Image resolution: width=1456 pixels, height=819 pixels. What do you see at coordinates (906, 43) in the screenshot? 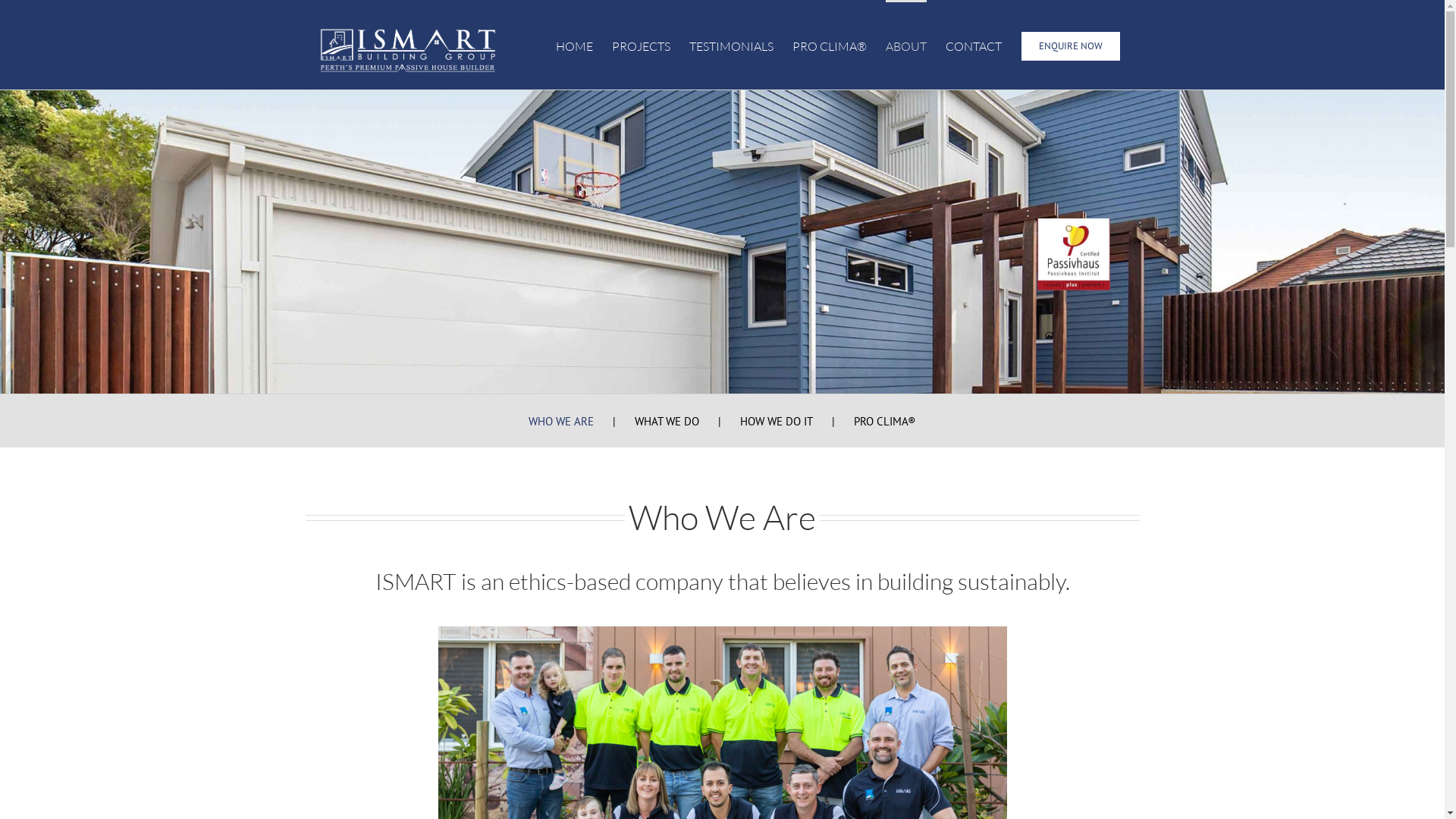
I see `'ABOUT'` at bounding box center [906, 43].